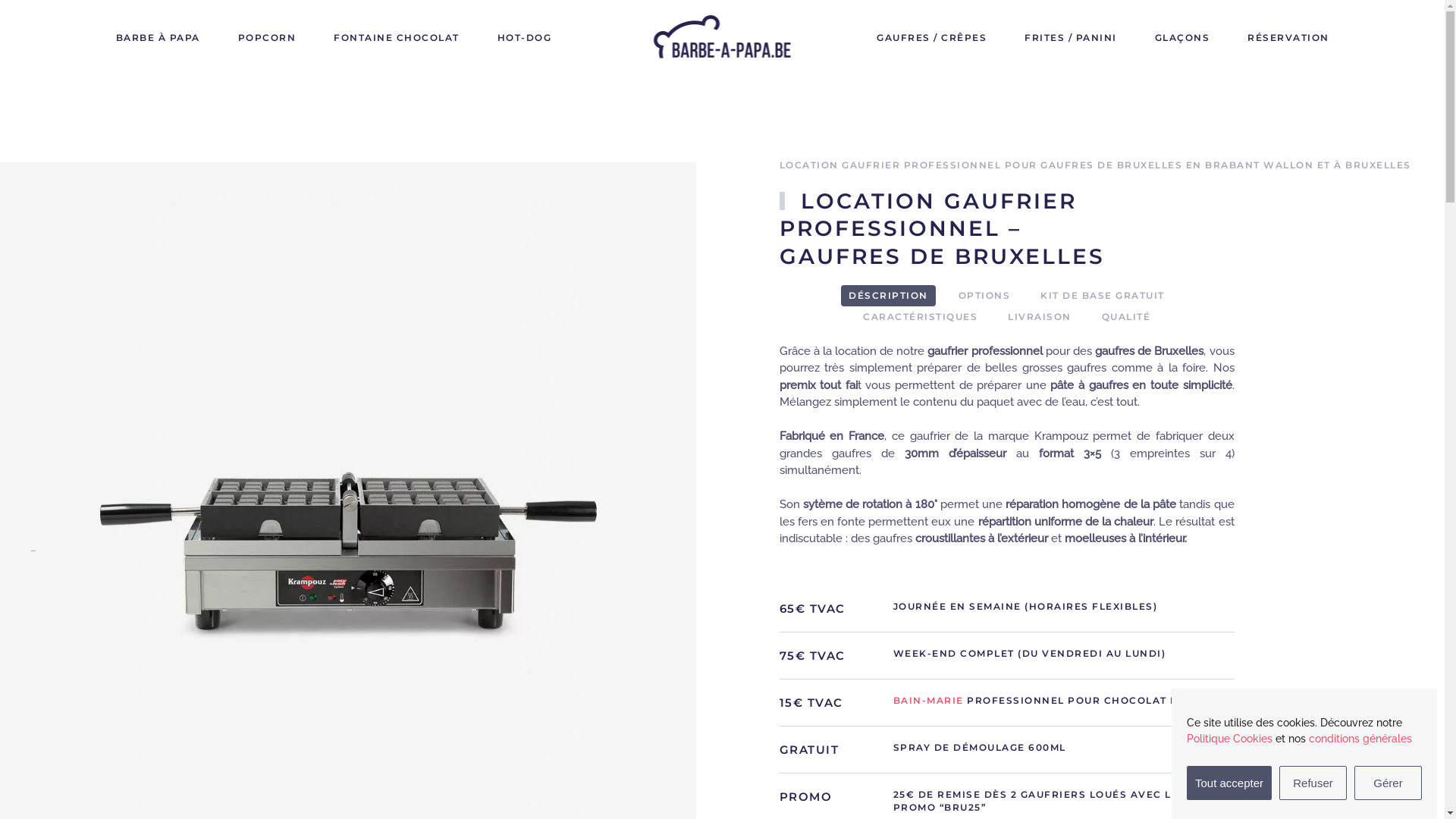 The width and height of the screenshot is (1456, 819). Describe the element at coordinates (1229, 738) in the screenshot. I see `'Politique Cookies'` at that location.